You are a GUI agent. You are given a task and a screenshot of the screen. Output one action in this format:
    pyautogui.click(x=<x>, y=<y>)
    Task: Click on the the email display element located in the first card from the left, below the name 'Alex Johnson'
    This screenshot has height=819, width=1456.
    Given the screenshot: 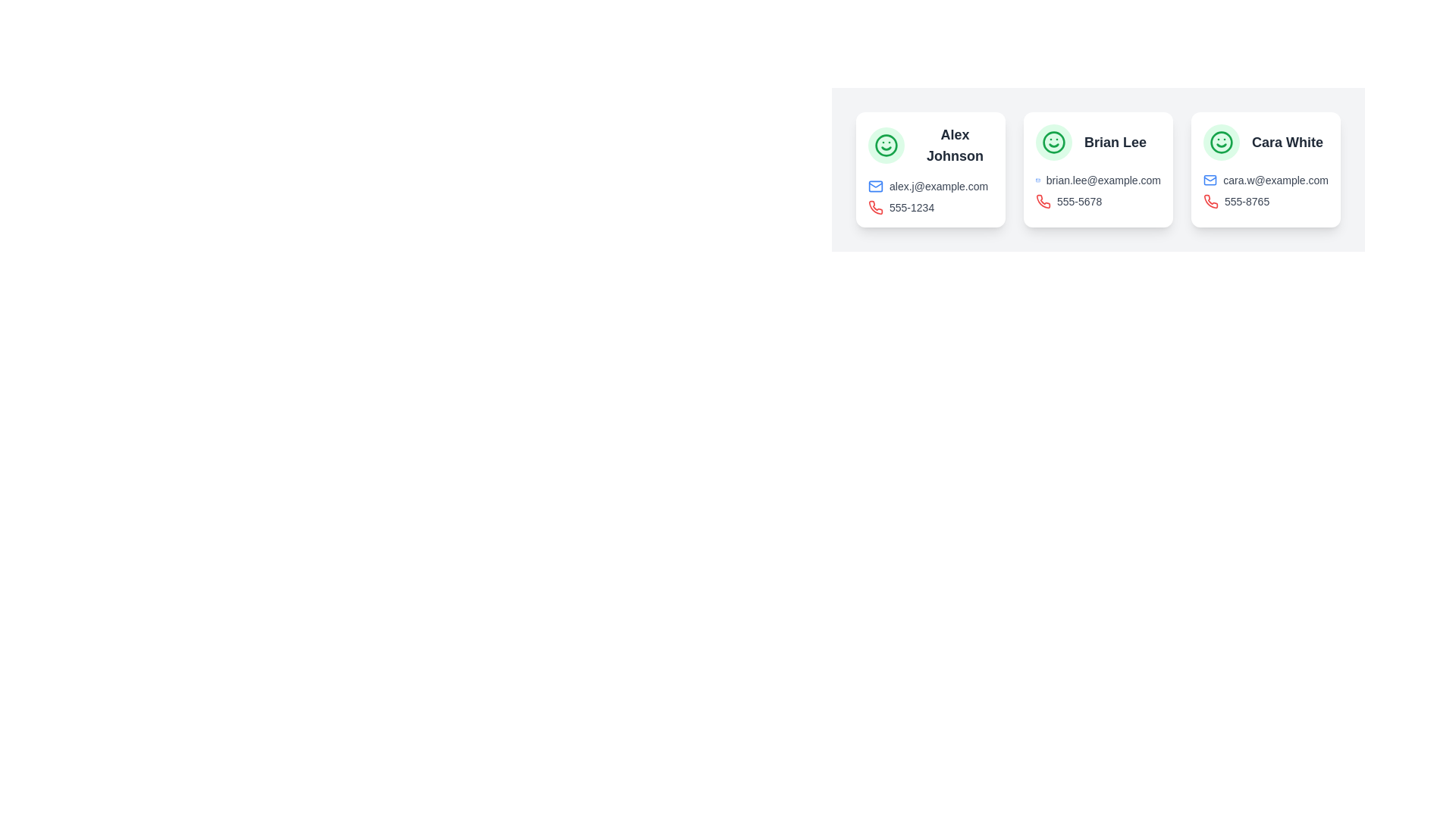 What is the action you would take?
    pyautogui.click(x=930, y=186)
    